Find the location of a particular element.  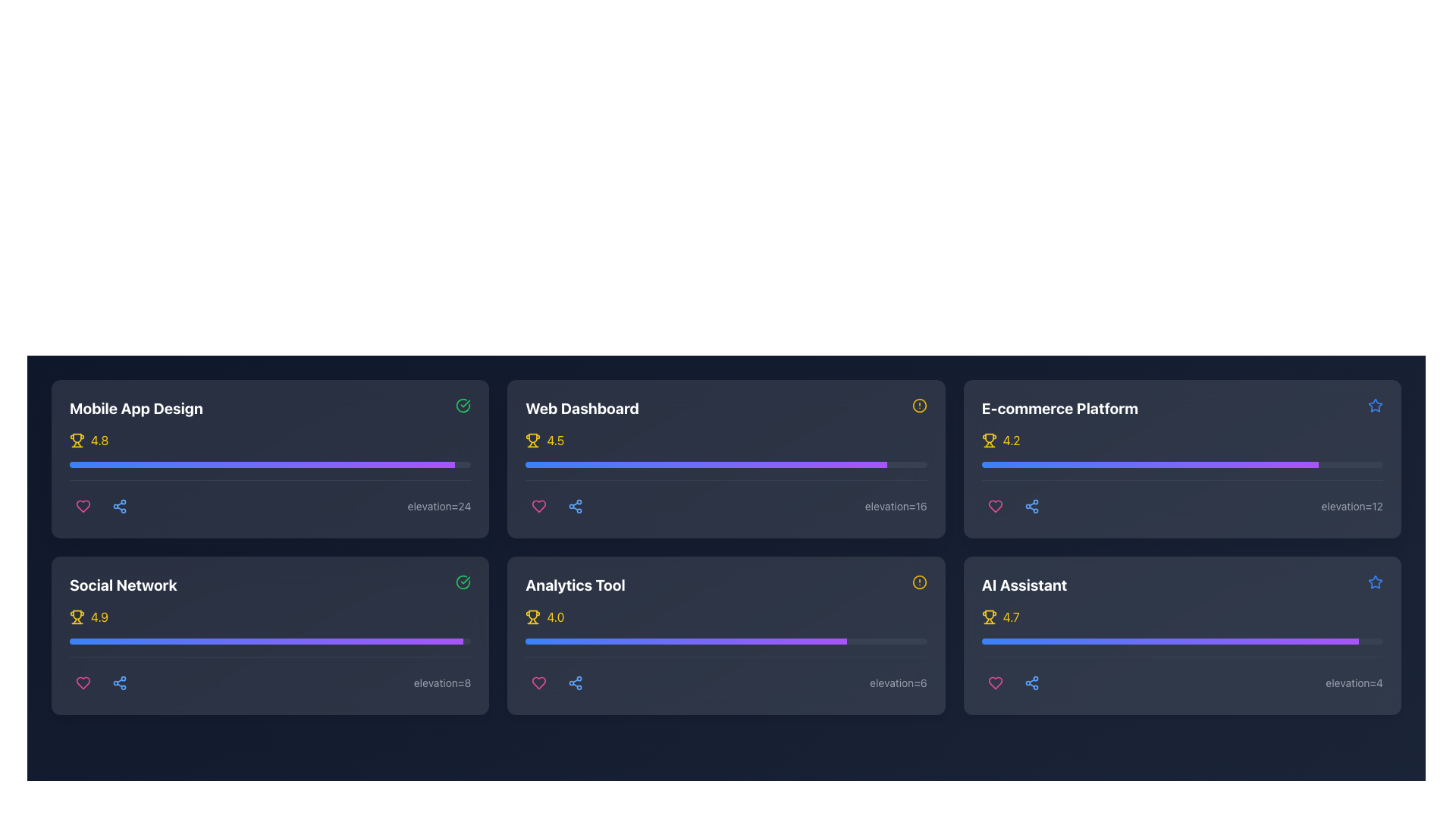

the trophy icon that signifies an award or achievement, located in the bottom row, second column of the 'Analytics Tool' card is located at coordinates (533, 615).